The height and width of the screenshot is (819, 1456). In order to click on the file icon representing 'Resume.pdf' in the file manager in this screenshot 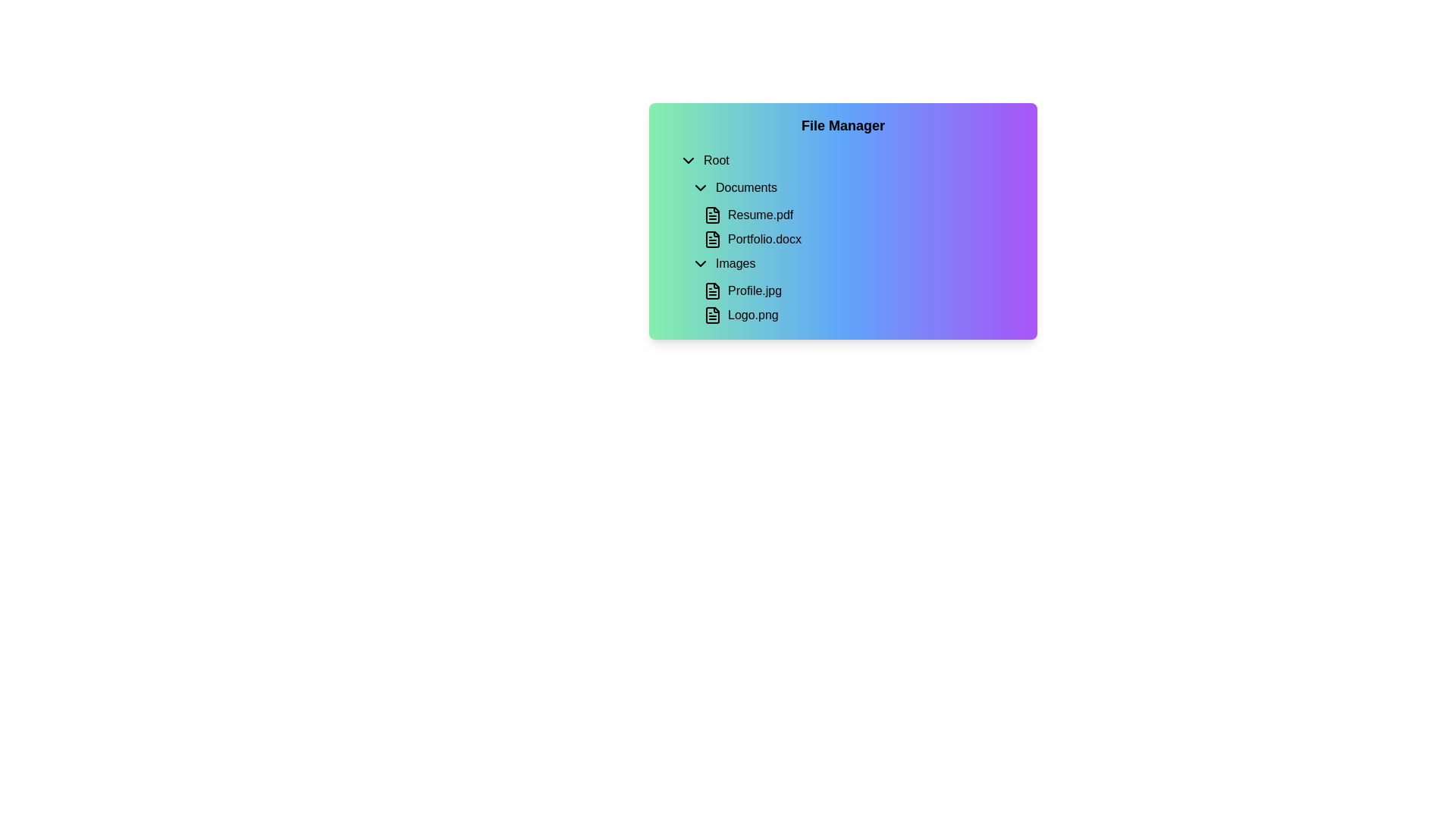, I will do `click(712, 215)`.